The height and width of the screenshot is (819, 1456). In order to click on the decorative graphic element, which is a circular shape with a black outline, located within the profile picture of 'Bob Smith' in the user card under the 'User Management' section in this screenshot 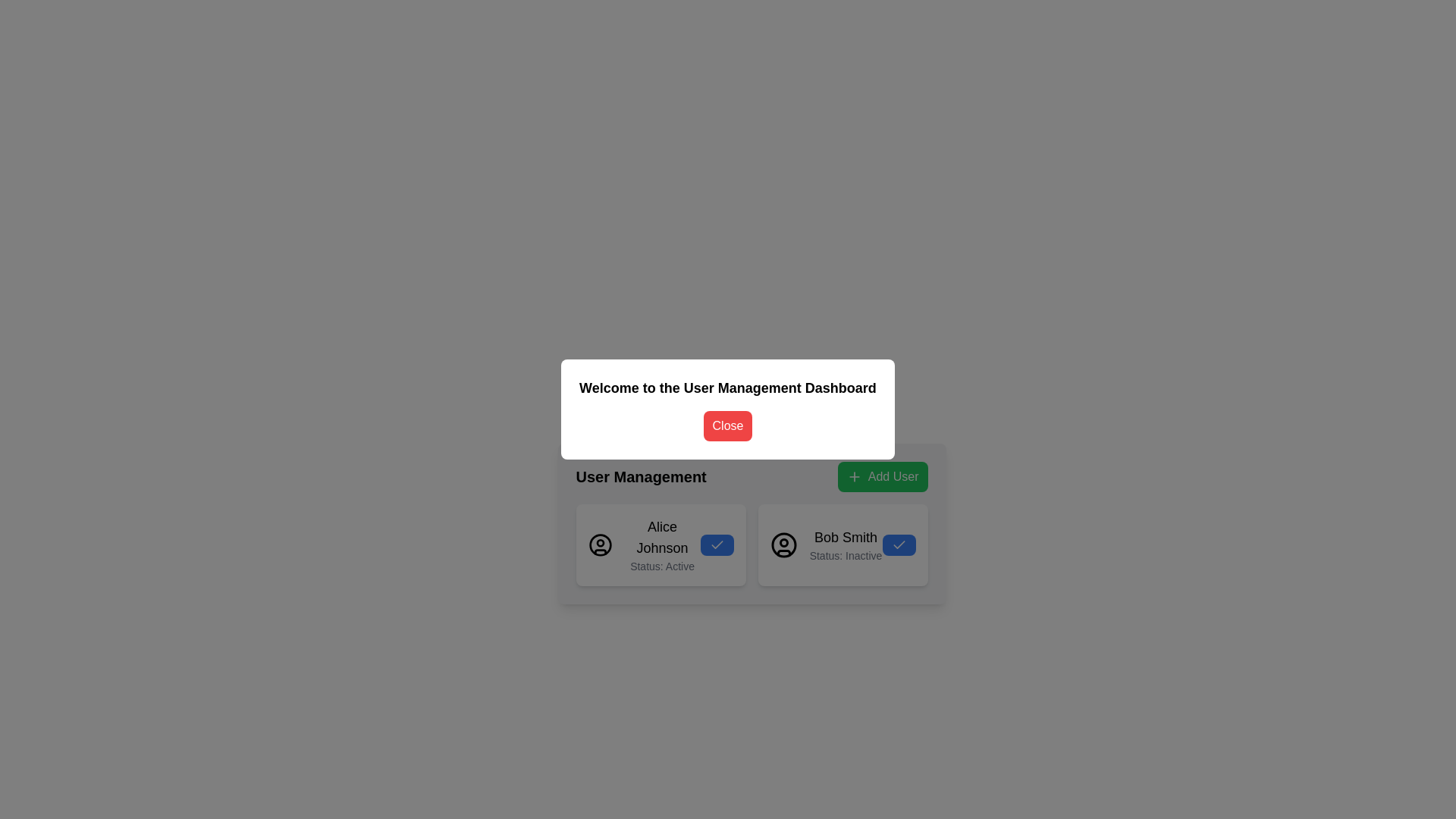, I will do `click(783, 544)`.